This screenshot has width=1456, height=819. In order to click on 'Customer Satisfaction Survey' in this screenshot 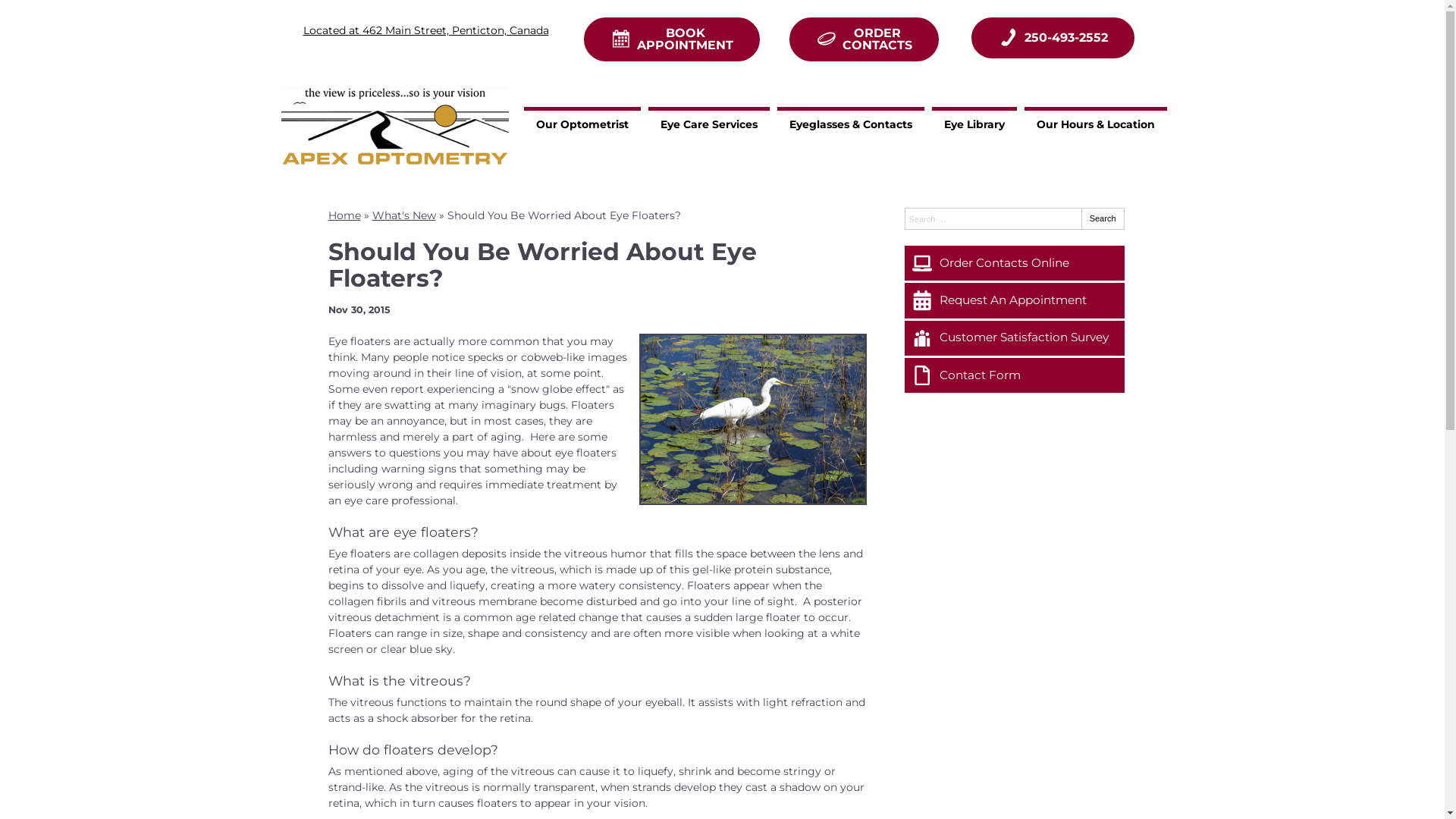, I will do `click(1014, 337)`.